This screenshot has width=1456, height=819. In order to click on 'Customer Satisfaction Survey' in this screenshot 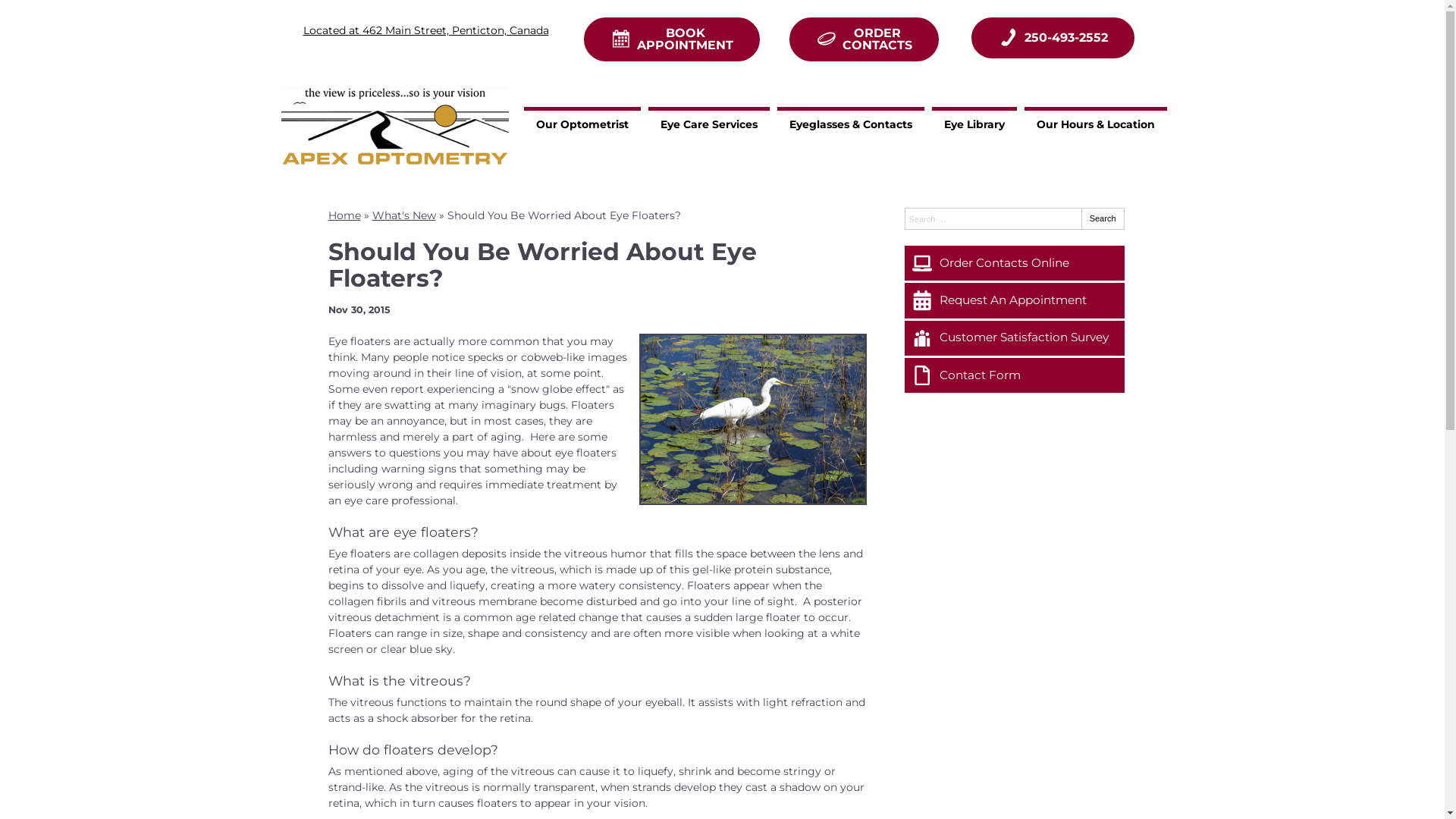, I will do `click(1014, 337)`.